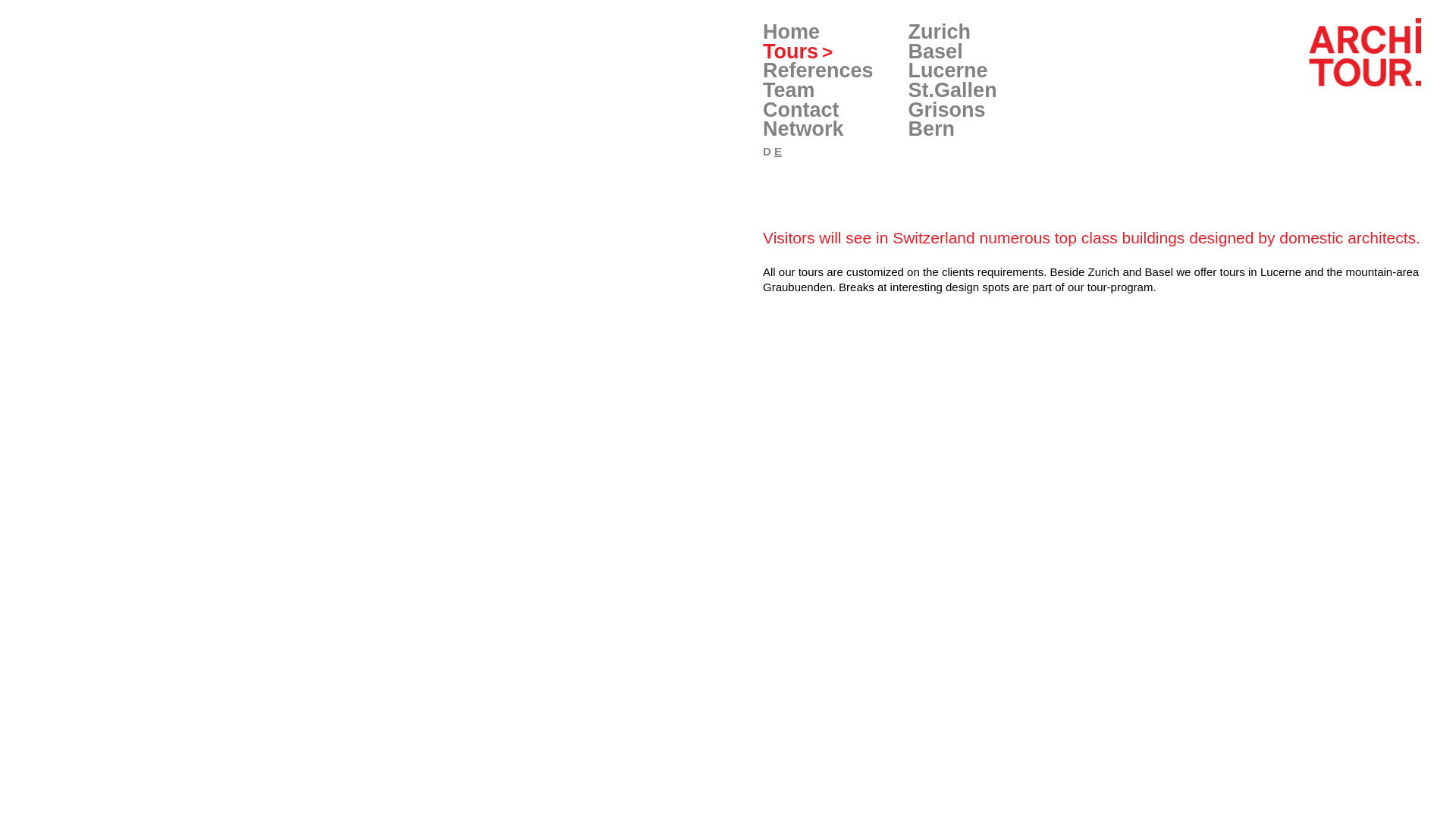 The height and width of the screenshot is (819, 1456). Describe the element at coordinates (796, 51) in the screenshot. I see `'Tours'` at that location.